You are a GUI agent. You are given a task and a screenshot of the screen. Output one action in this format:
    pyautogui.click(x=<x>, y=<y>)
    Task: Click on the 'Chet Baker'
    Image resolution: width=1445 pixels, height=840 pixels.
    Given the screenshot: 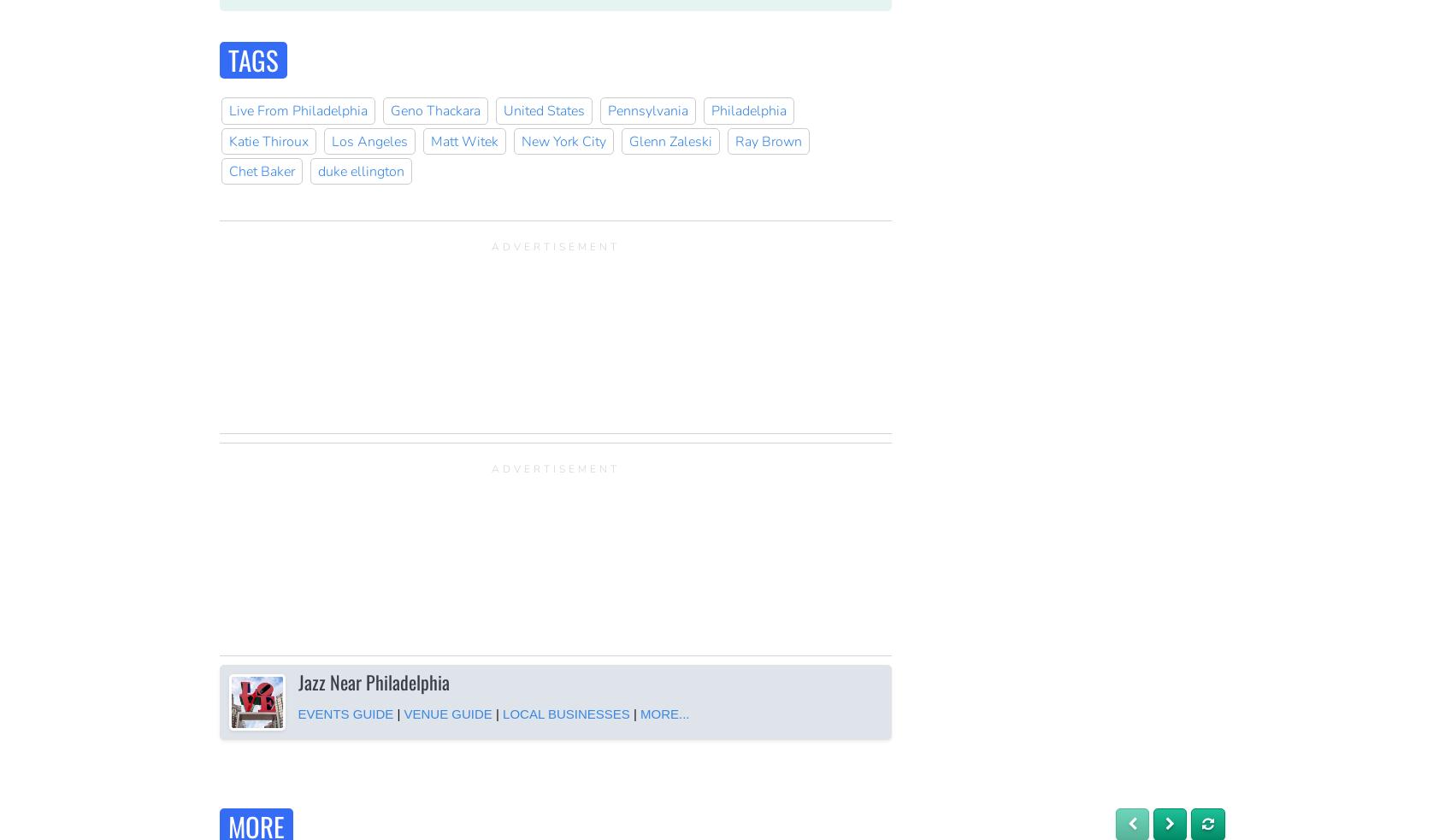 What is the action you would take?
    pyautogui.click(x=261, y=171)
    